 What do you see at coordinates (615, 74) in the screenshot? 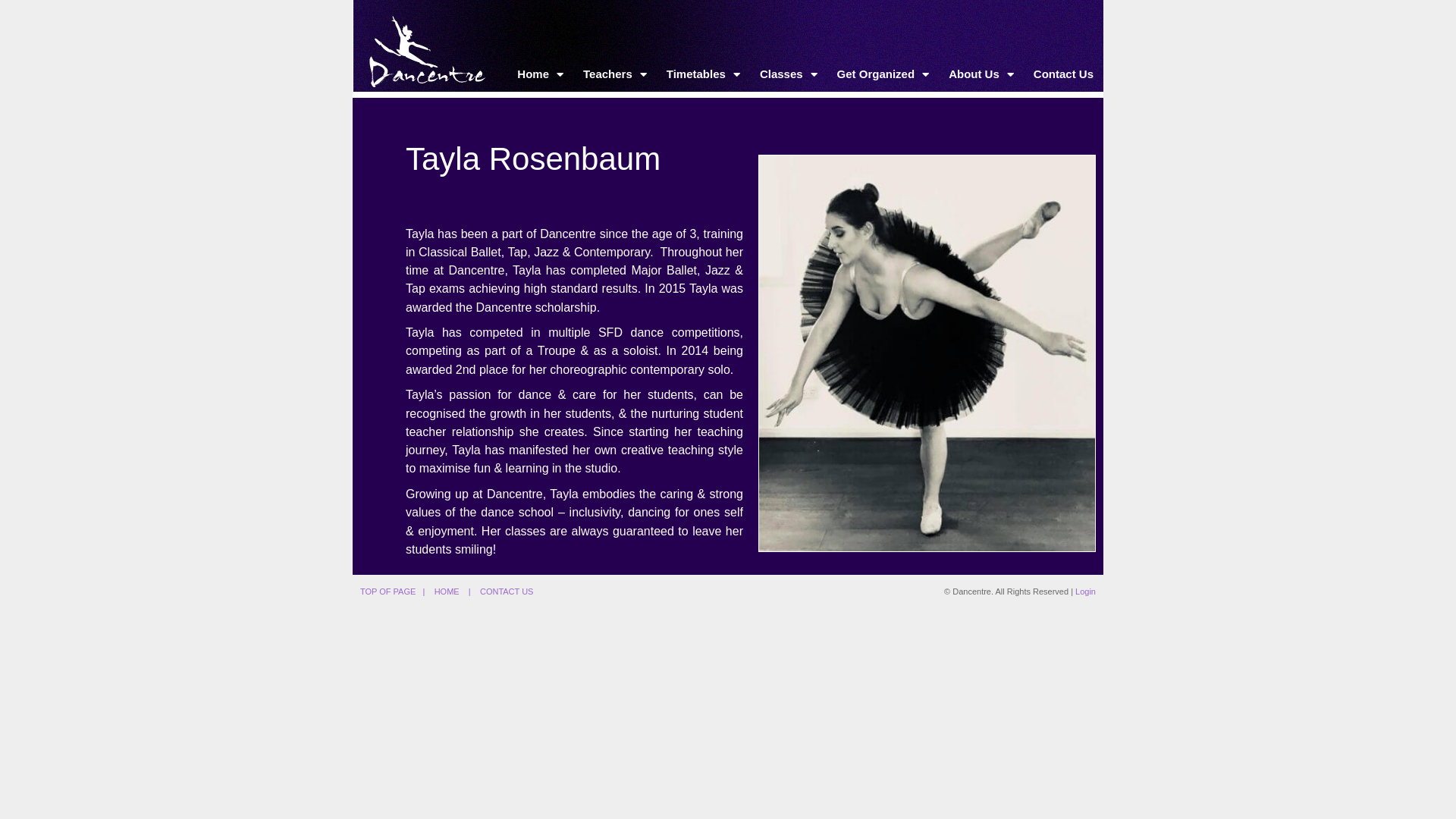
I see `'Teachers'` at bounding box center [615, 74].